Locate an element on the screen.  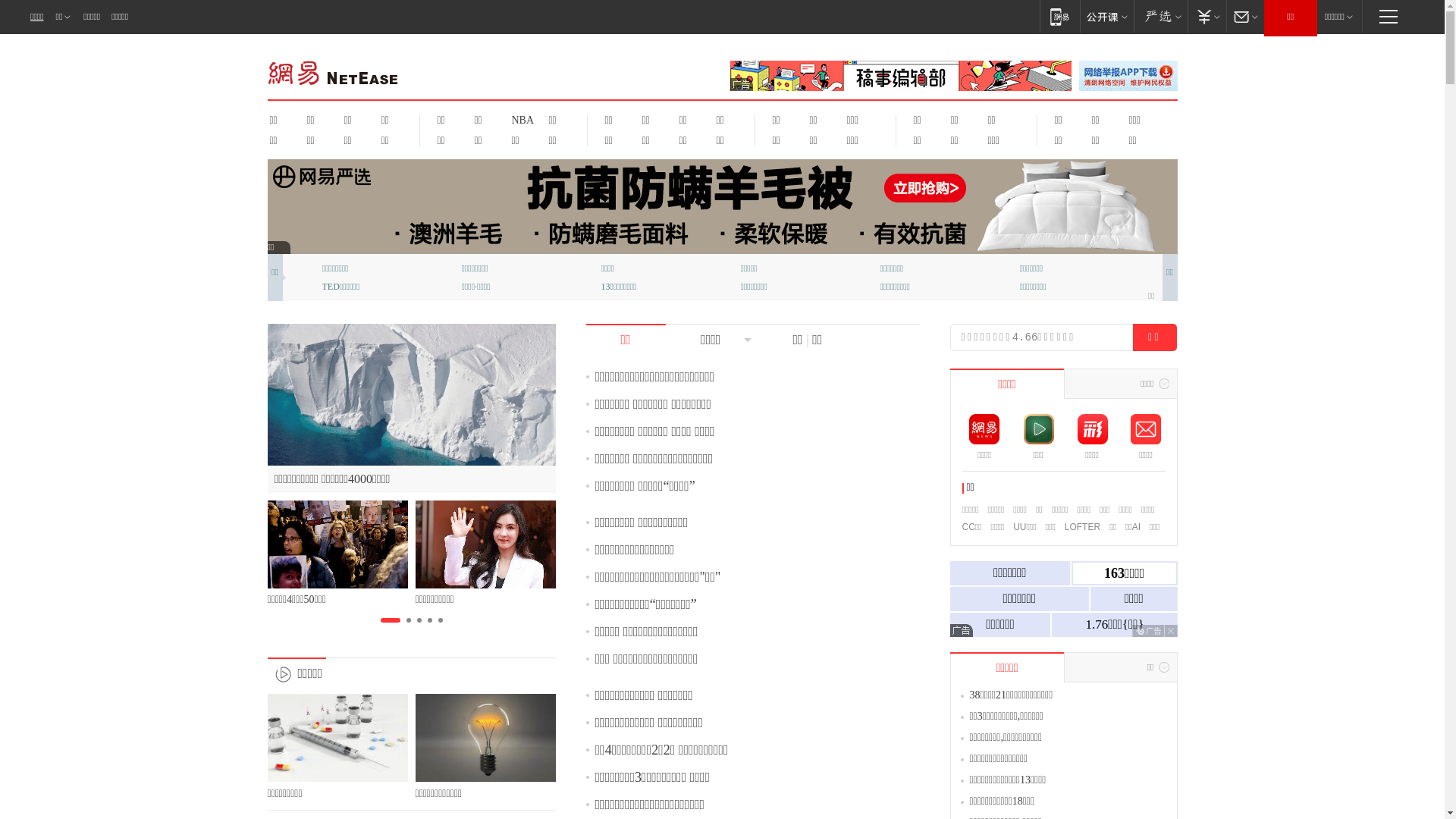
'NBA' is located at coordinates (520, 119).